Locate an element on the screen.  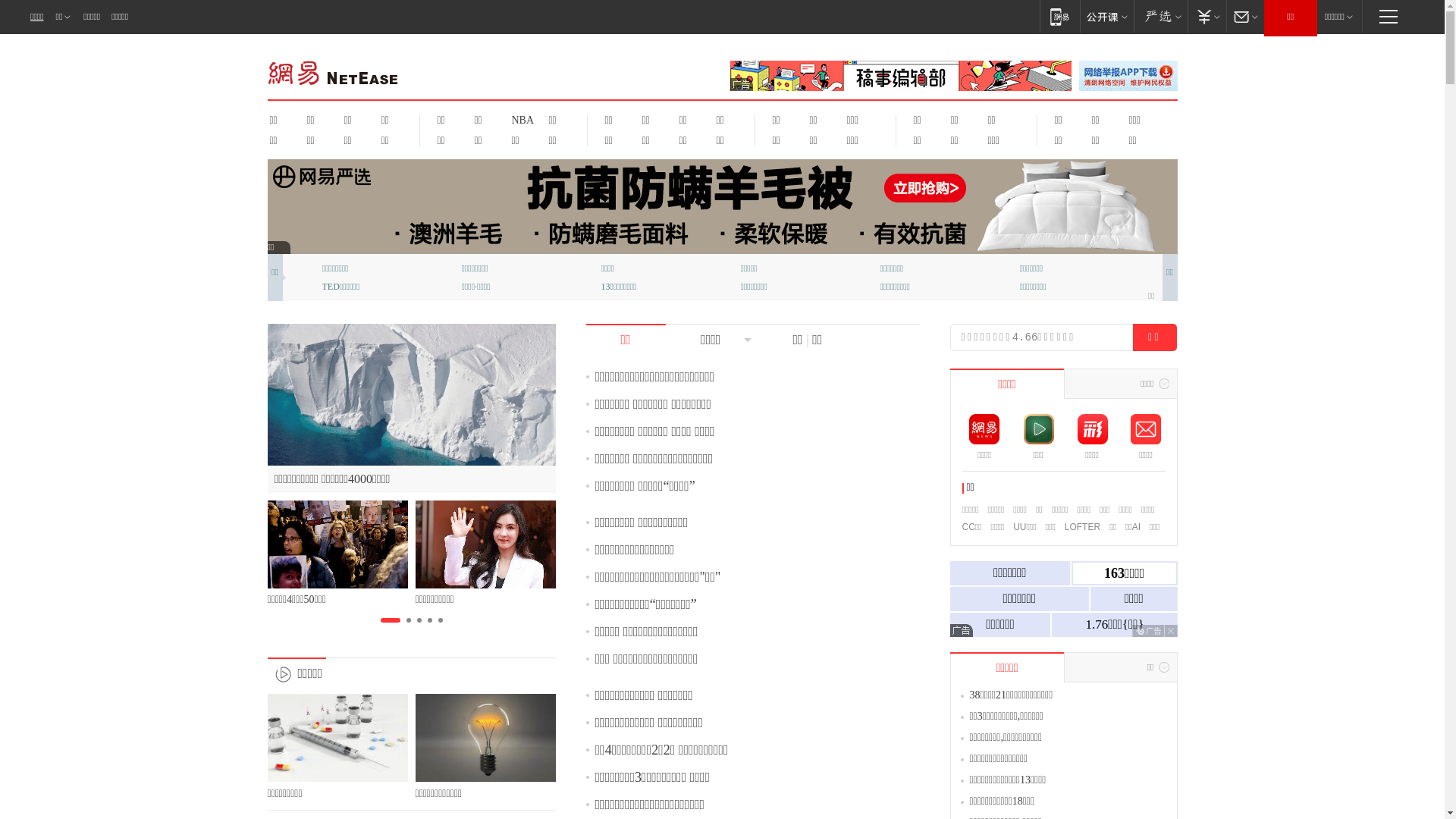
'NBA' is located at coordinates (520, 119).